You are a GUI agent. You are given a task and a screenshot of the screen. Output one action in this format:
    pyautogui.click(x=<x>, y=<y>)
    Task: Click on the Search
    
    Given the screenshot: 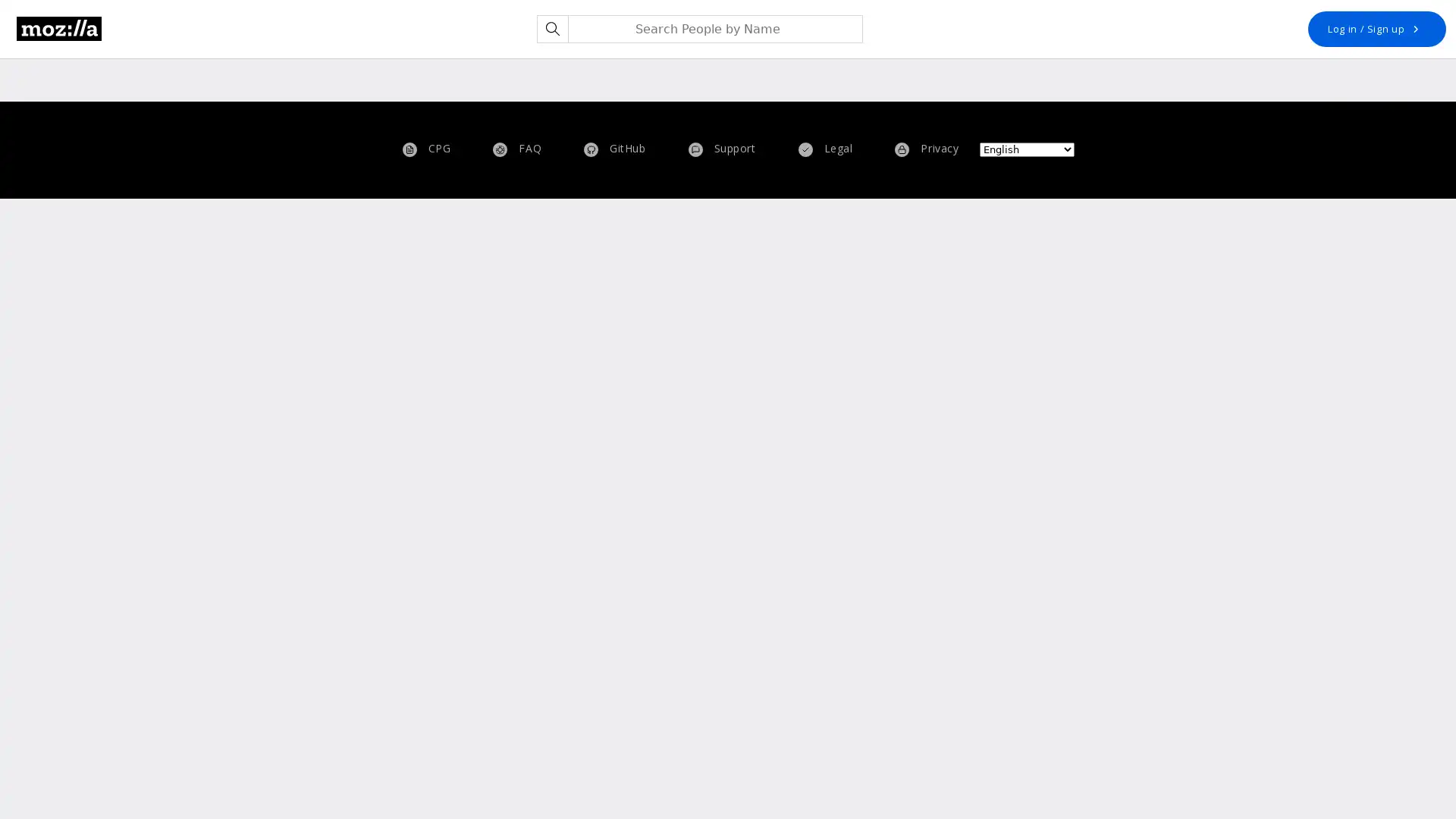 What is the action you would take?
    pyautogui.click(x=552, y=28)
    